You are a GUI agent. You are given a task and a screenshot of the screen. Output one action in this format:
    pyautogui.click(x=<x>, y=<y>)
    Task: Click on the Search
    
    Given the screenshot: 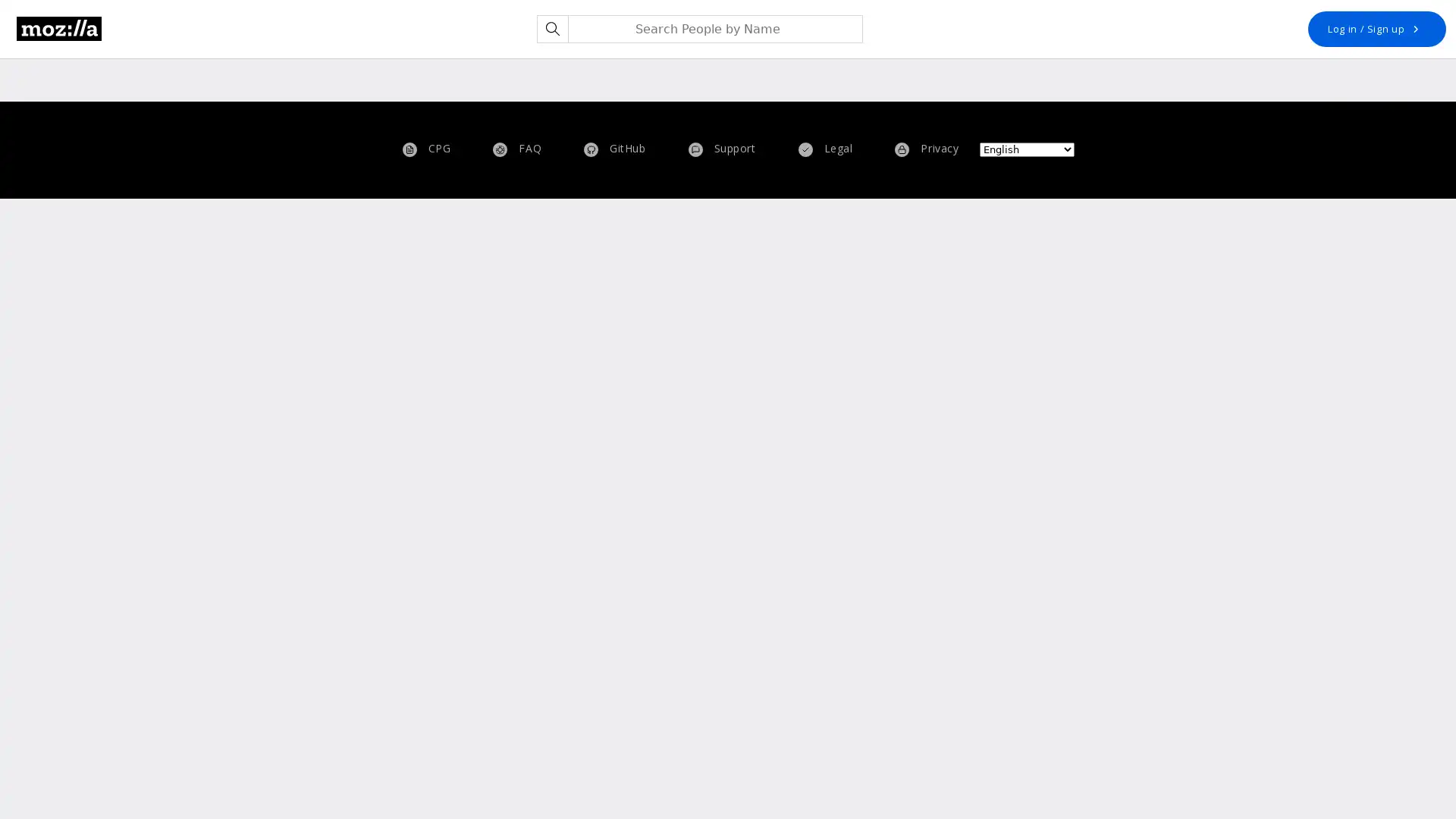 What is the action you would take?
    pyautogui.click(x=552, y=28)
    